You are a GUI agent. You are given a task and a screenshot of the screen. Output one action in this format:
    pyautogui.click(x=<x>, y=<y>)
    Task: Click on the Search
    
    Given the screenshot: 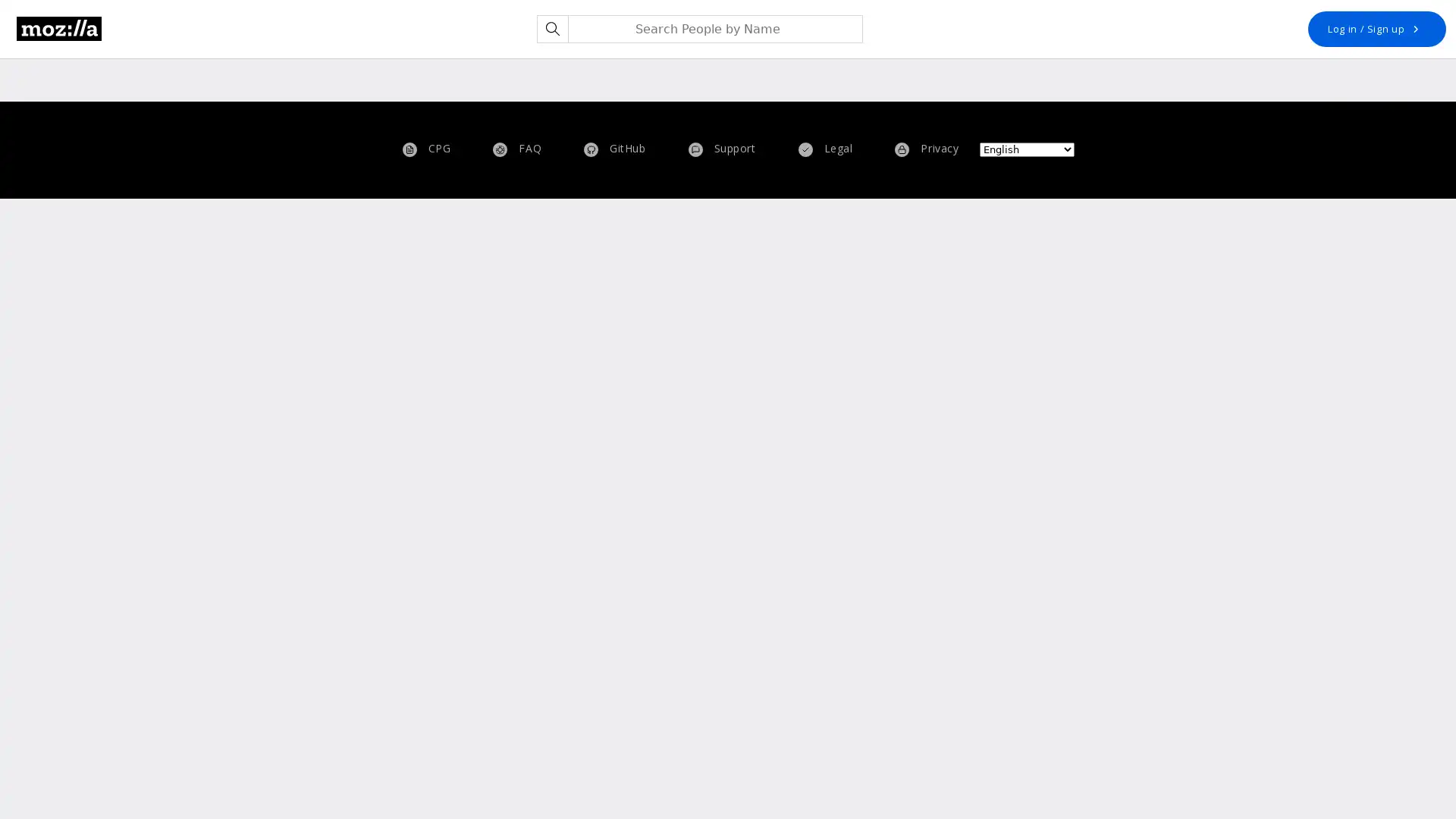 What is the action you would take?
    pyautogui.click(x=552, y=28)
    